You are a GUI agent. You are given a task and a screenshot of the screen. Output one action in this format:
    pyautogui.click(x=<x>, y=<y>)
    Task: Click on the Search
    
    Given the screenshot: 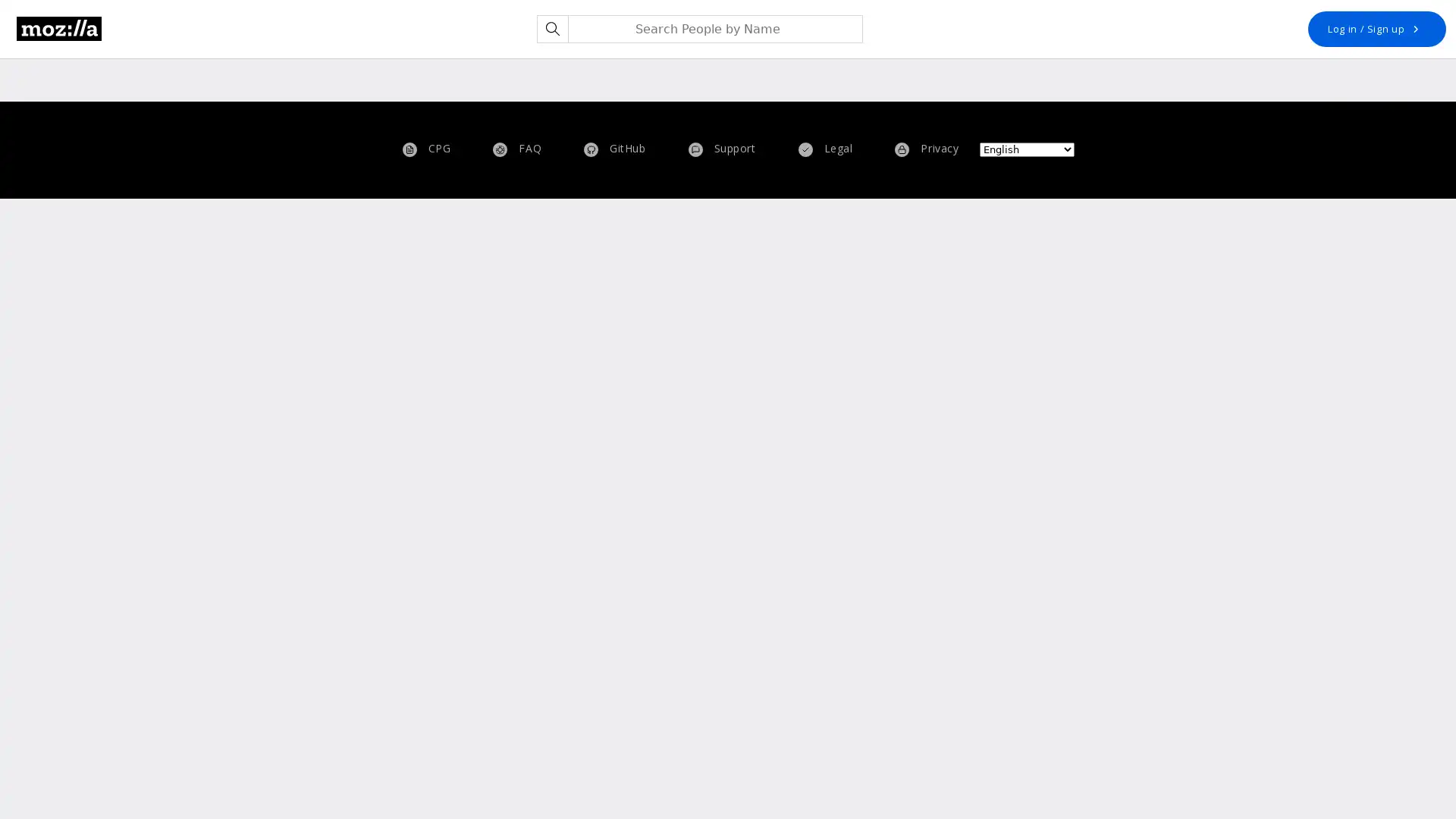 What is the action you would take?
    pyautogui.click(x=552, y=28)
    